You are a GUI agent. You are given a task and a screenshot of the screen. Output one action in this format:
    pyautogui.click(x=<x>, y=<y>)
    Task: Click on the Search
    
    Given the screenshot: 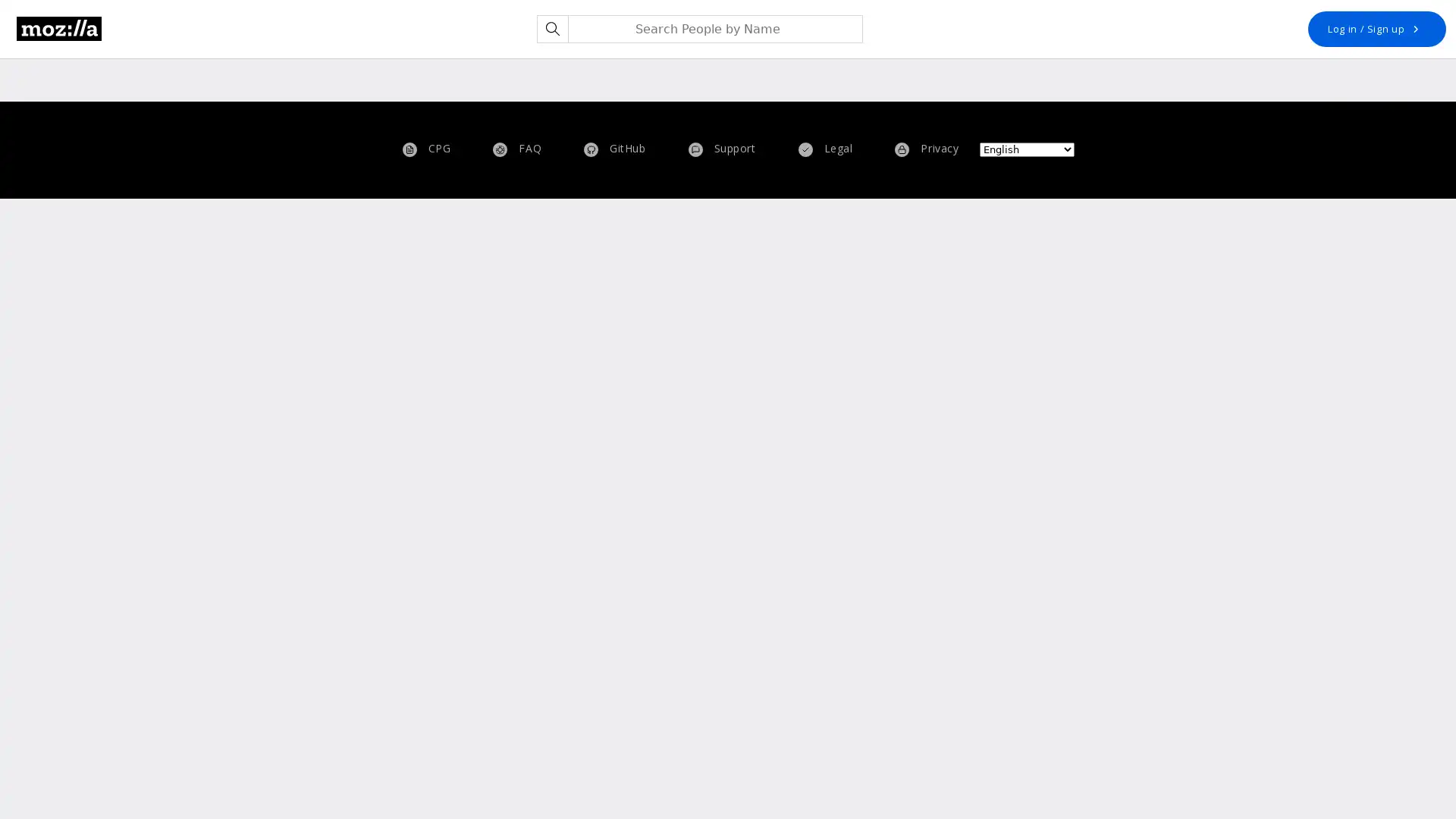 What is the action you would take?
    pyautogui.click(x=552, y=28)
    